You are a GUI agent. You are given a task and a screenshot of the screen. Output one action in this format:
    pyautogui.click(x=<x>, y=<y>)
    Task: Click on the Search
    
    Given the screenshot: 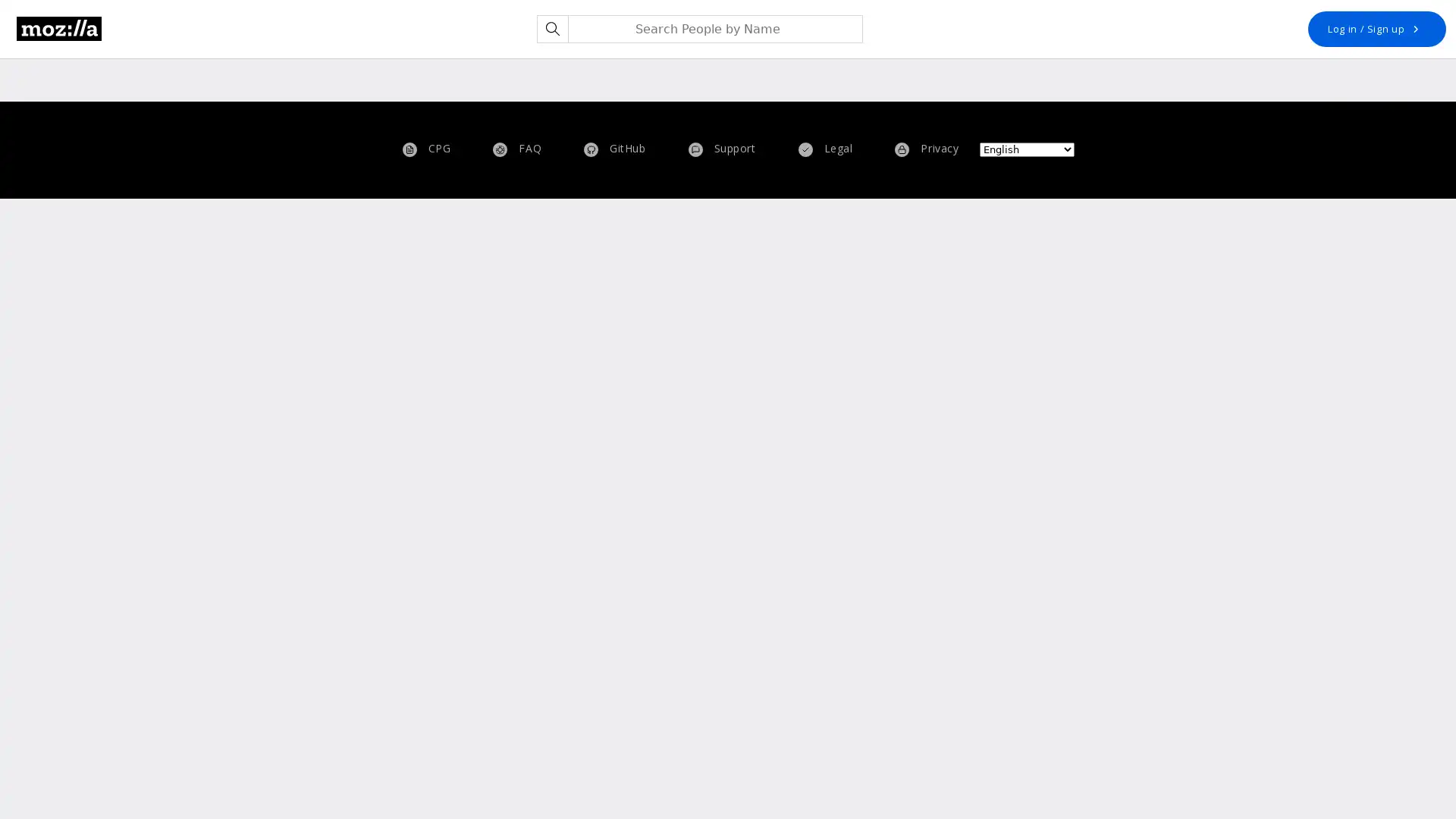 What is the action you would take?
    pyautogui.click(x=552, y=28)
    